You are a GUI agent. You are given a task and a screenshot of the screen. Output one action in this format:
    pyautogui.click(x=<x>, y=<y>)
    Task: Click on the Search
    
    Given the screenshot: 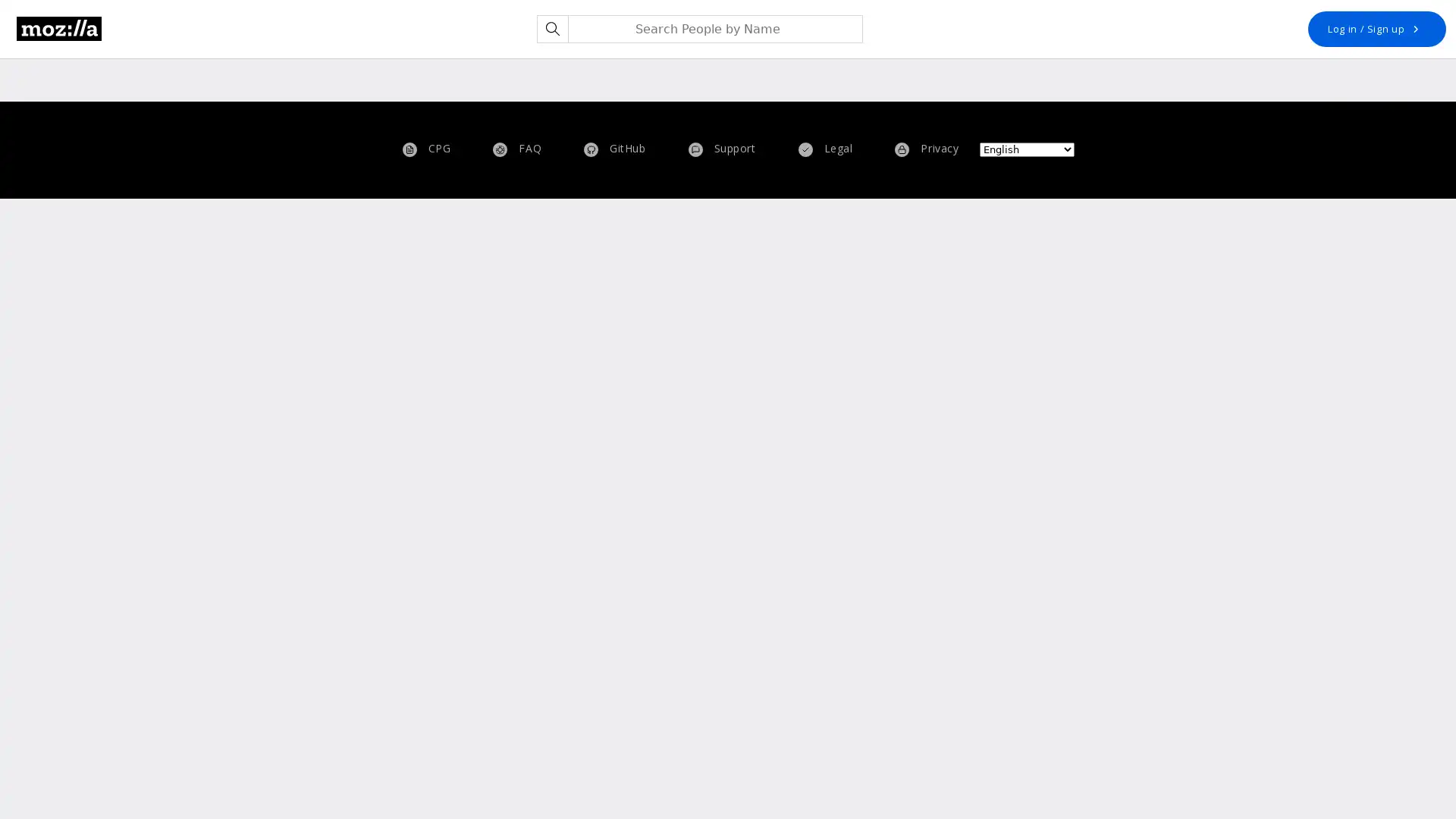 What is the action you would take?
    pyautogui.click(x=552, y=28)
    